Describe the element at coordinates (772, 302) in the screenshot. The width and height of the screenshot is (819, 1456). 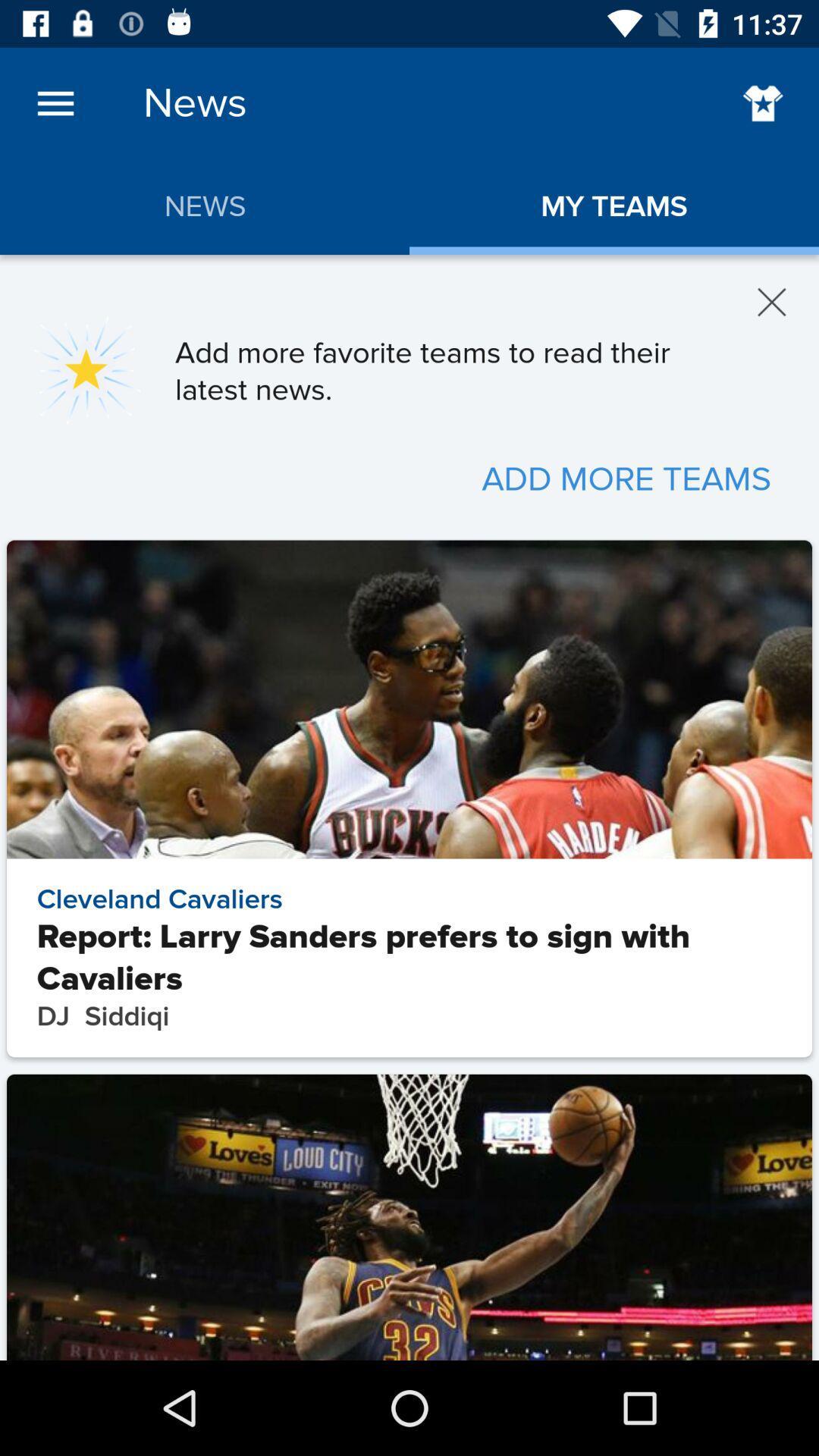
I see `dismiss notification` at that location.